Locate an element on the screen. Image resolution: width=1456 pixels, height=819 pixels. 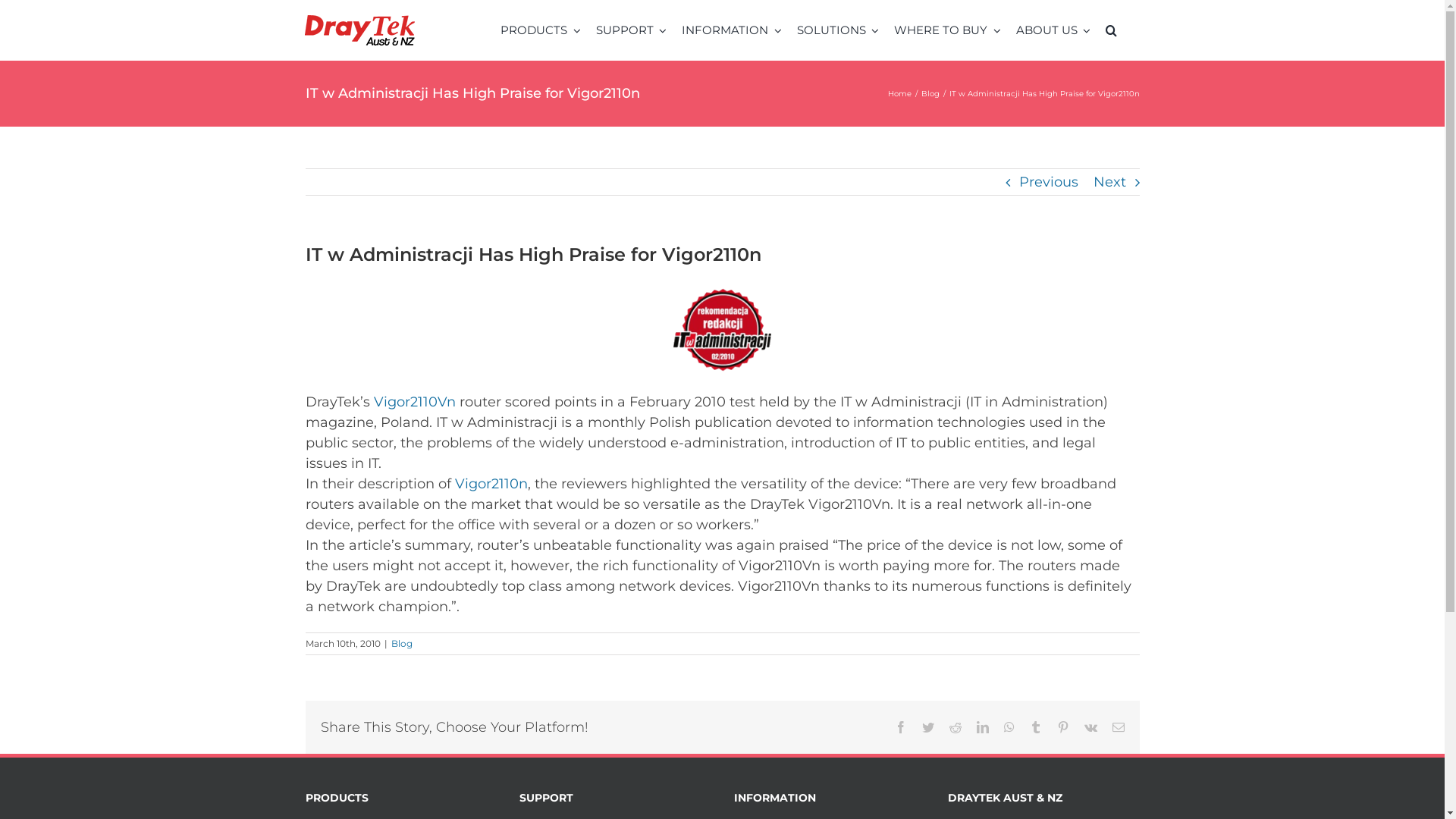
'Previous' is located at coordinates (1019, 180).